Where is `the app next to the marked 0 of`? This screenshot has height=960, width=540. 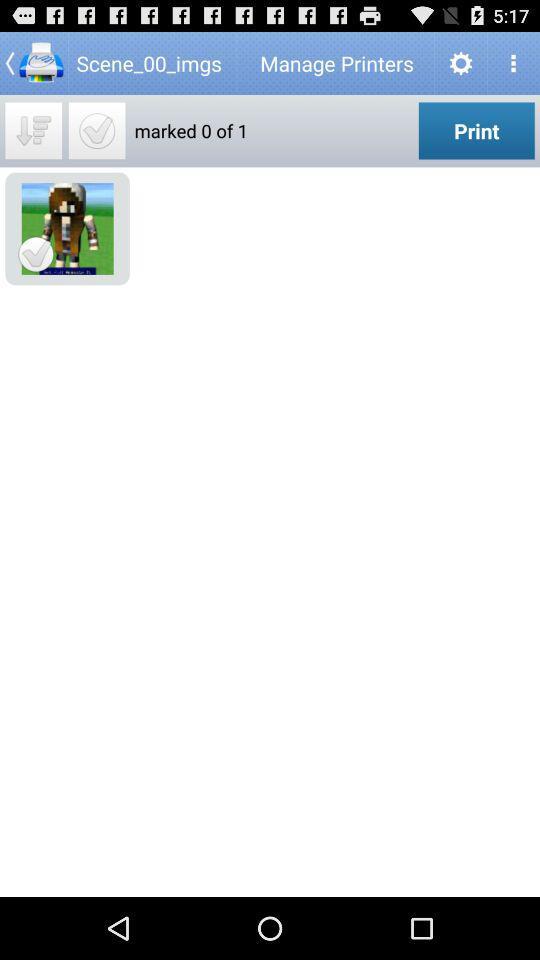 the app next to the marked 0 of is located at coordinates (96, 129).